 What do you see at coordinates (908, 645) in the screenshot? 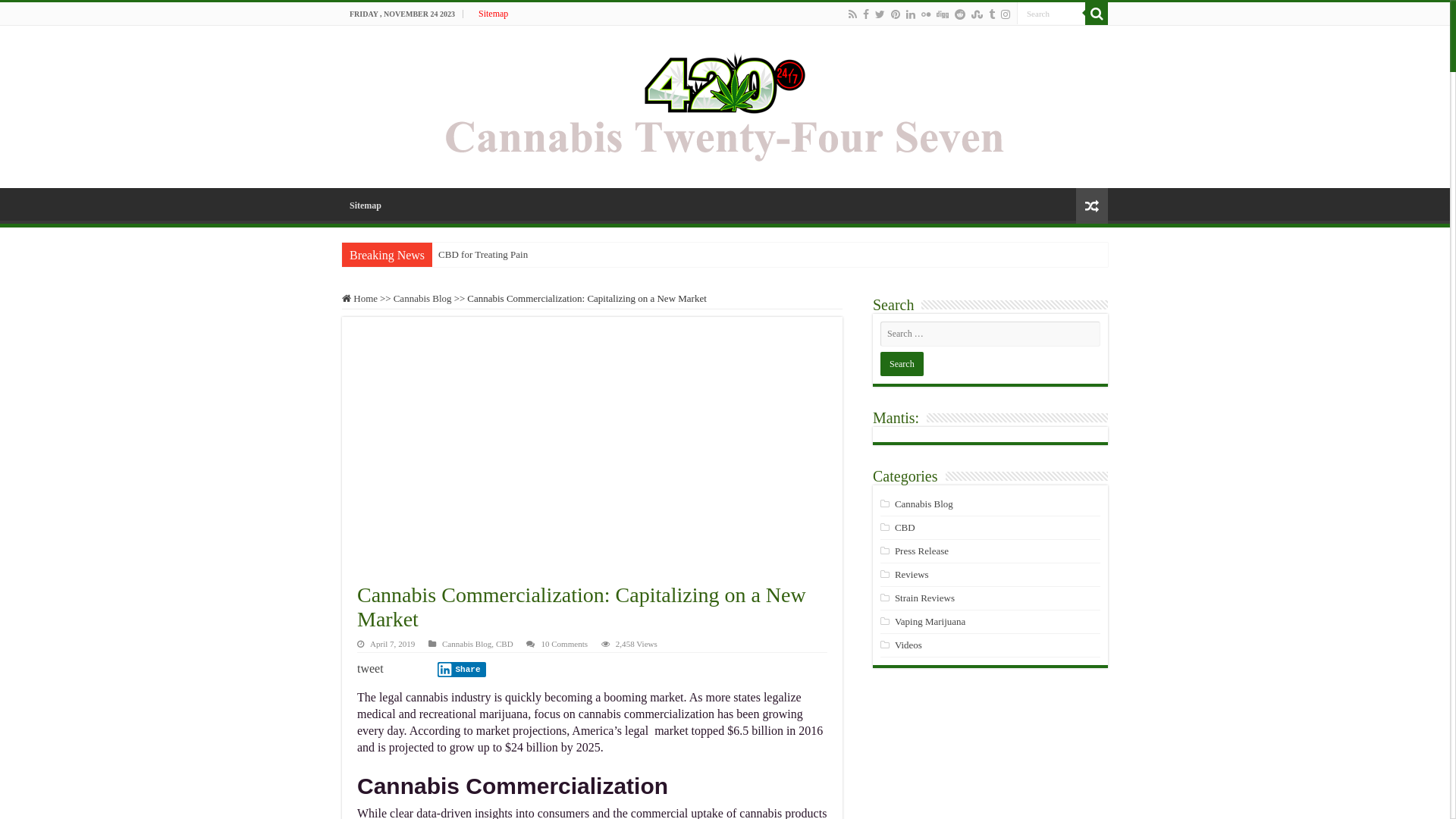
I see `'Videos'` at bounding box center [908, 645].